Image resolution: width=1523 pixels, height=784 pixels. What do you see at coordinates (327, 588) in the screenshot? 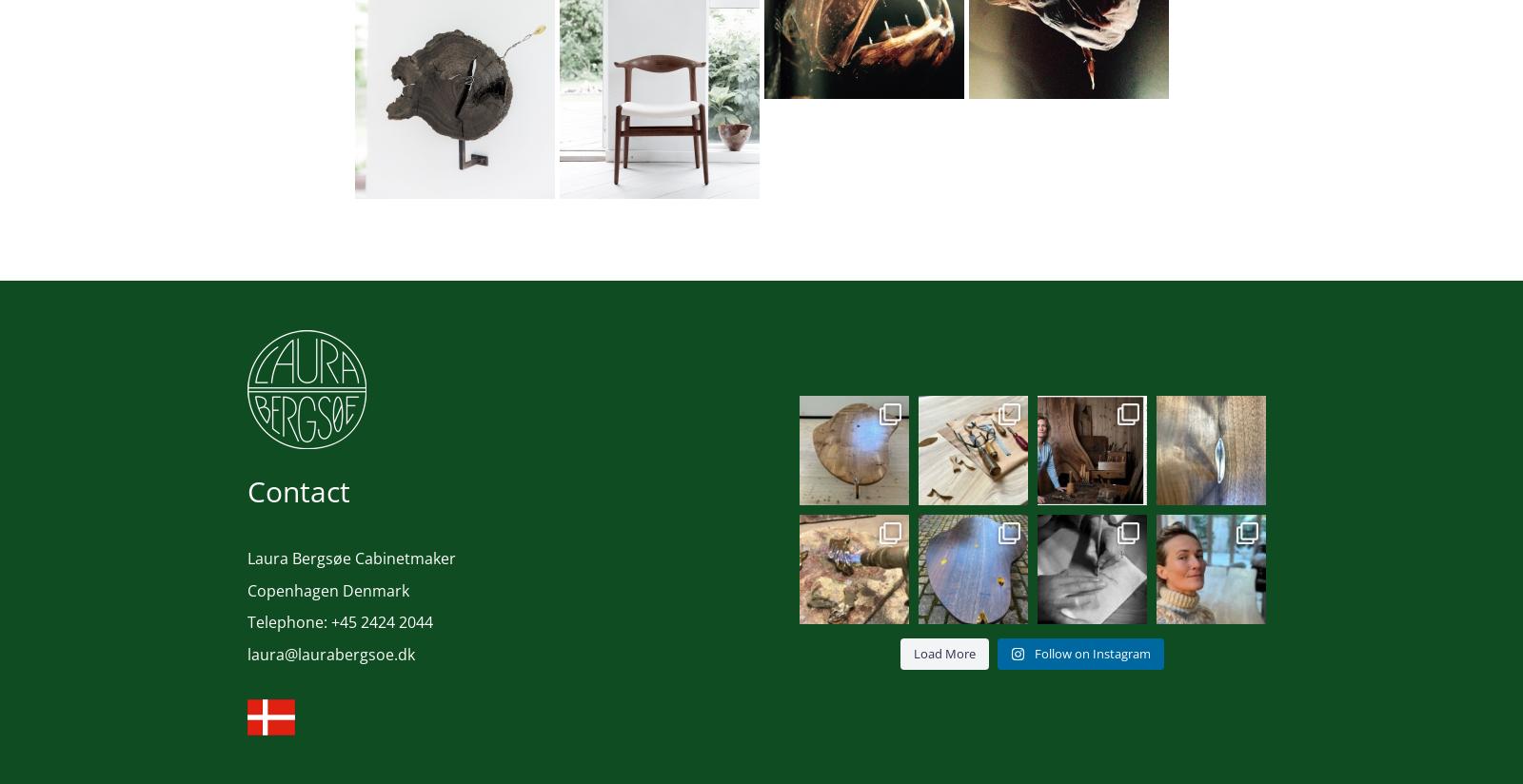
I see `'Copenhagen Denmark'` at bounding box center [327, 588].